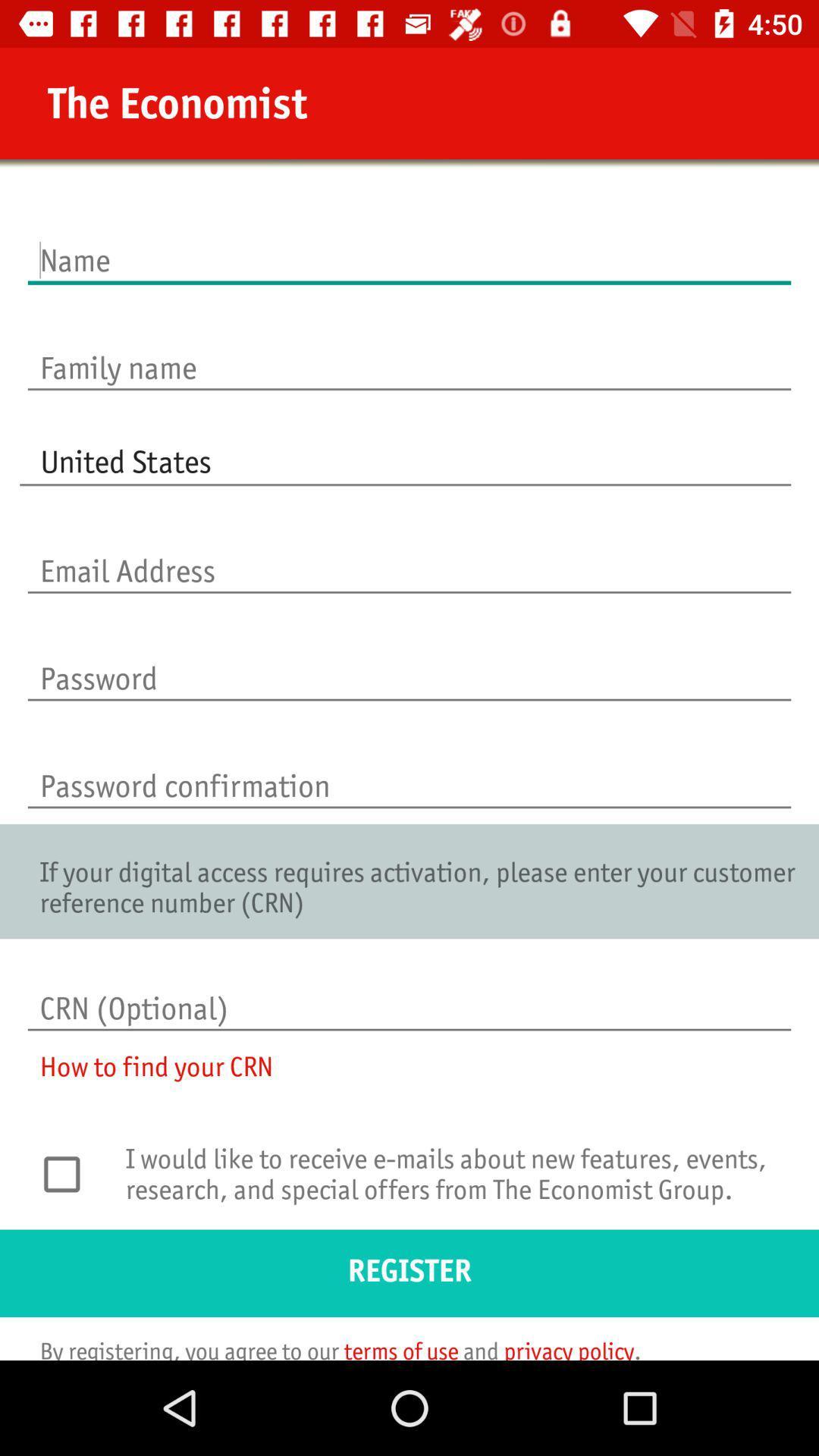 This screenshot has width=819, height=1456. Describe the element at coordinates (70, 1173) in the screenshot. I see `agree` at that location.